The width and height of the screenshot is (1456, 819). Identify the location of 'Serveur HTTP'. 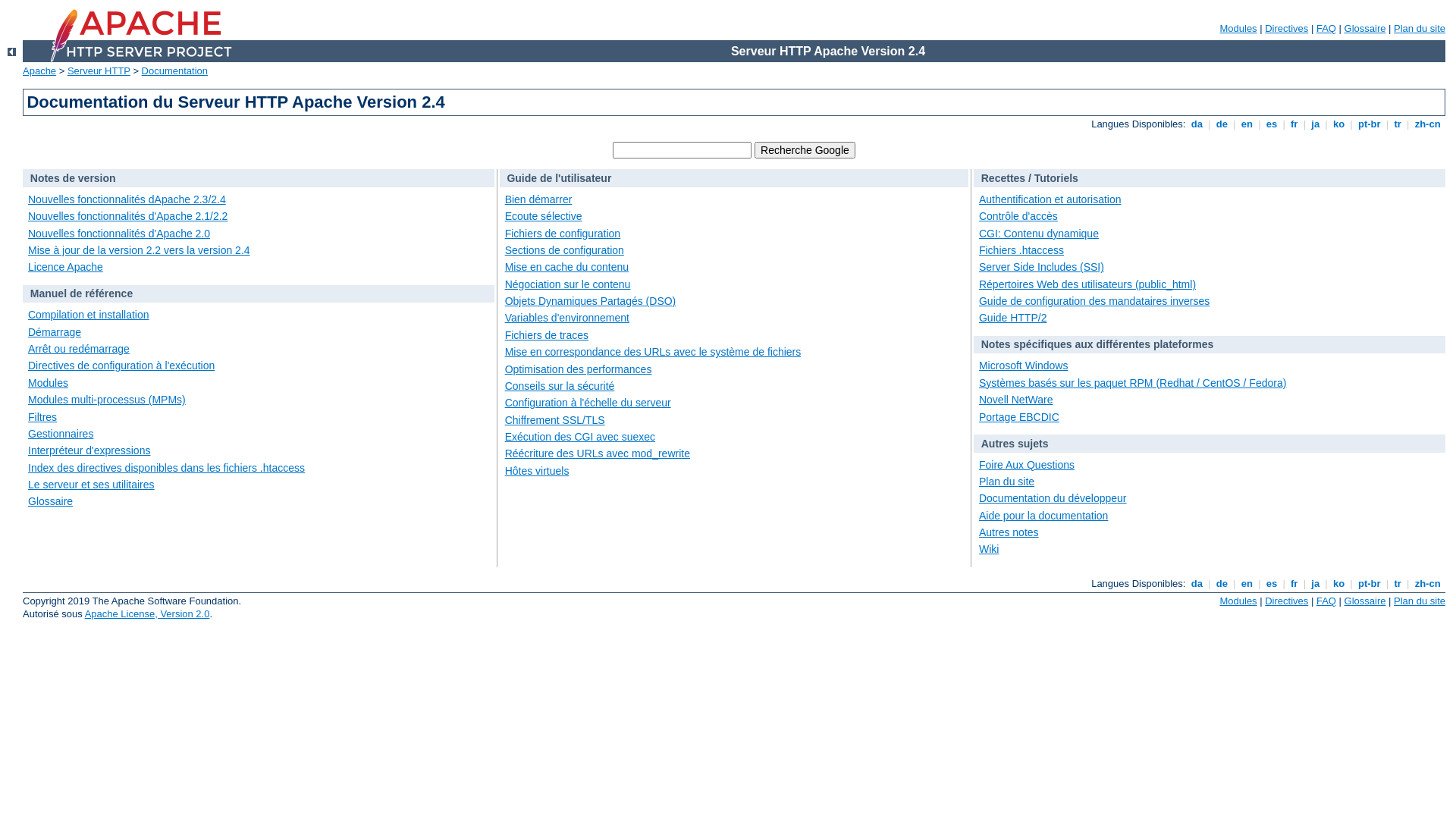
(98, 71).